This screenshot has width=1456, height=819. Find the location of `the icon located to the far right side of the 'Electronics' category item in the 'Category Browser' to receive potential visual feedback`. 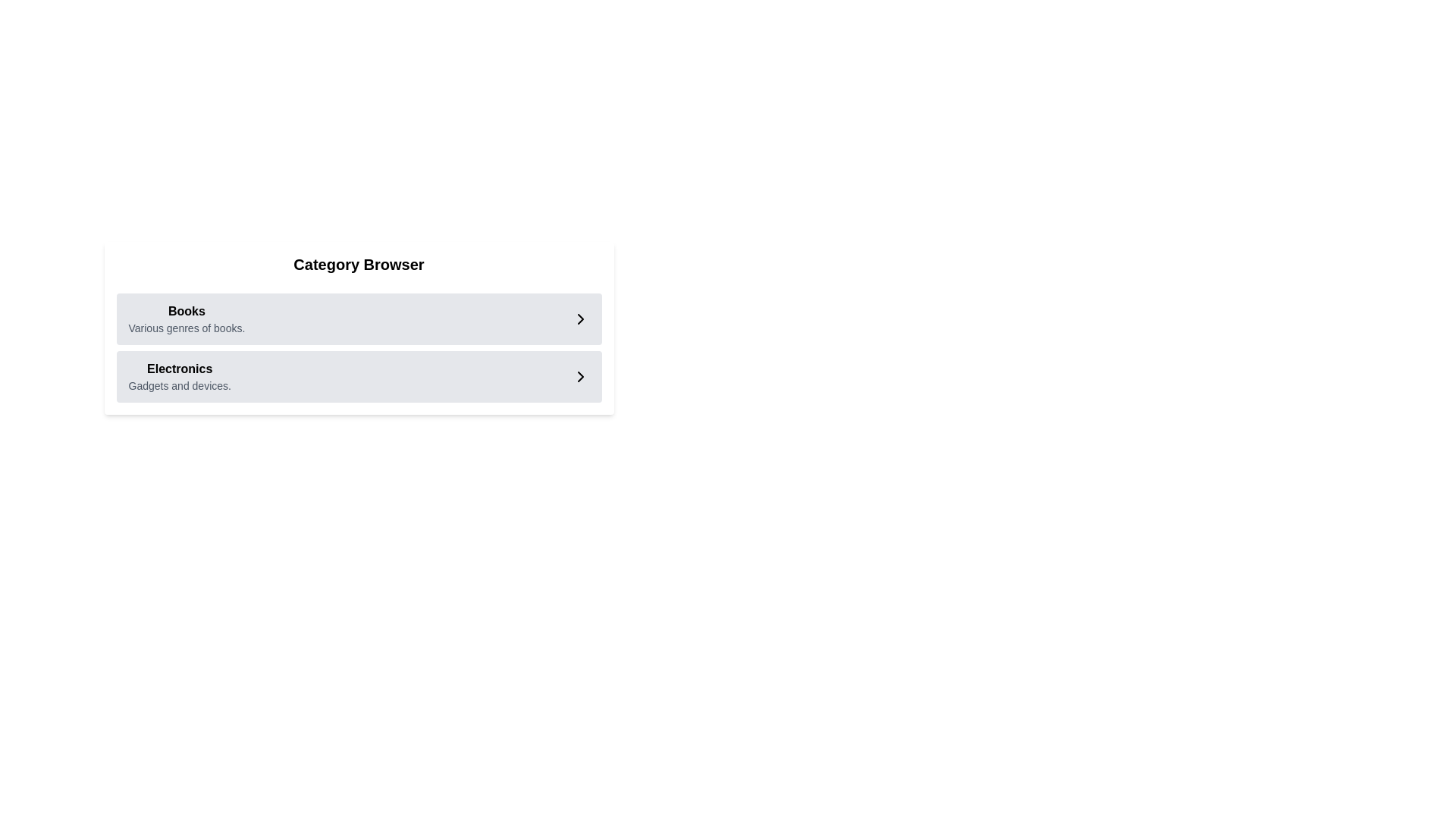

the icon located to the far right side of the 'Electronics' category item in the 'Category Browser' to receive potential visual feedback is located at coordinates (579, 376).